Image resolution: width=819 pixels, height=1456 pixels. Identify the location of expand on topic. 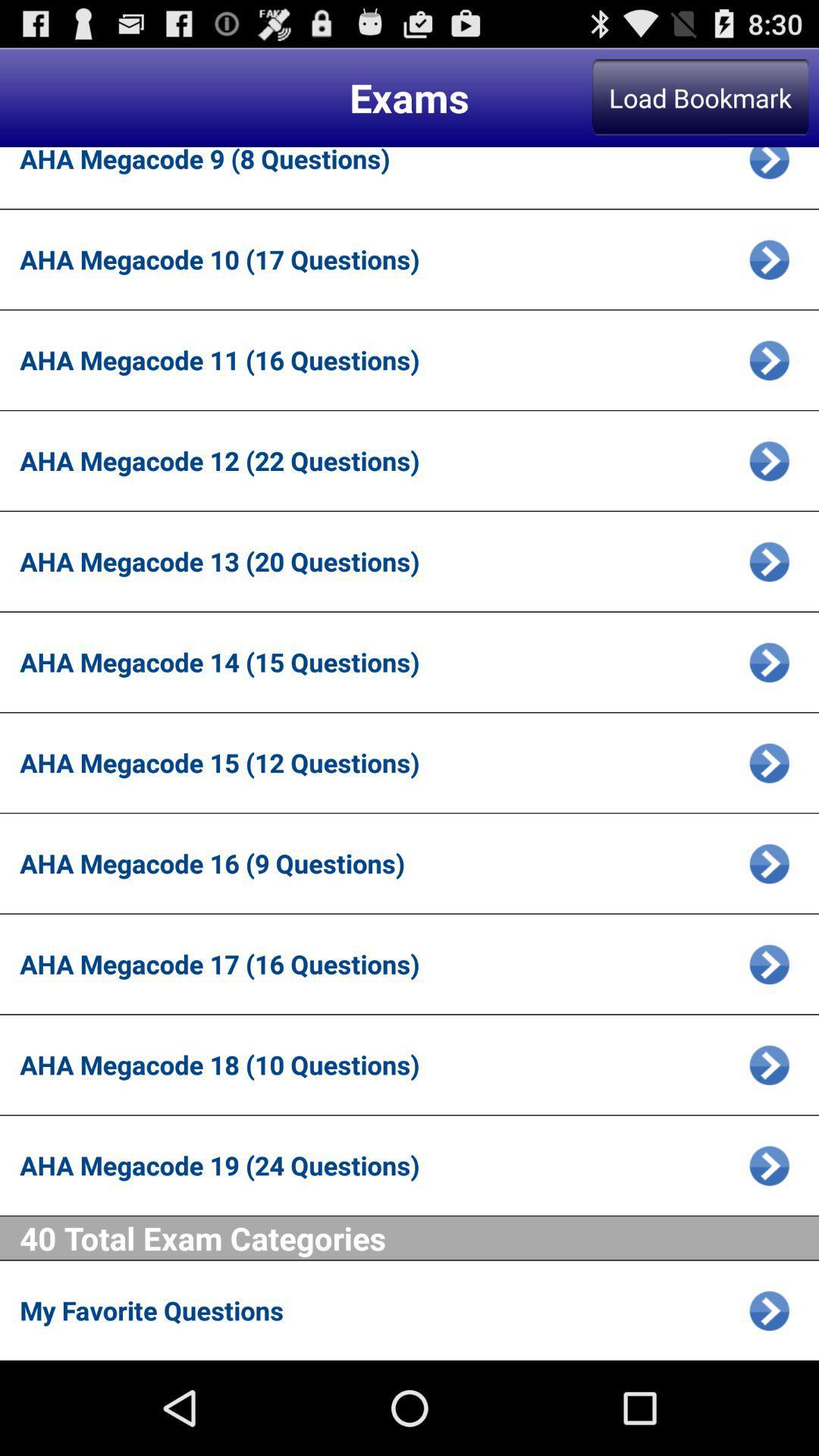
(769, 863).